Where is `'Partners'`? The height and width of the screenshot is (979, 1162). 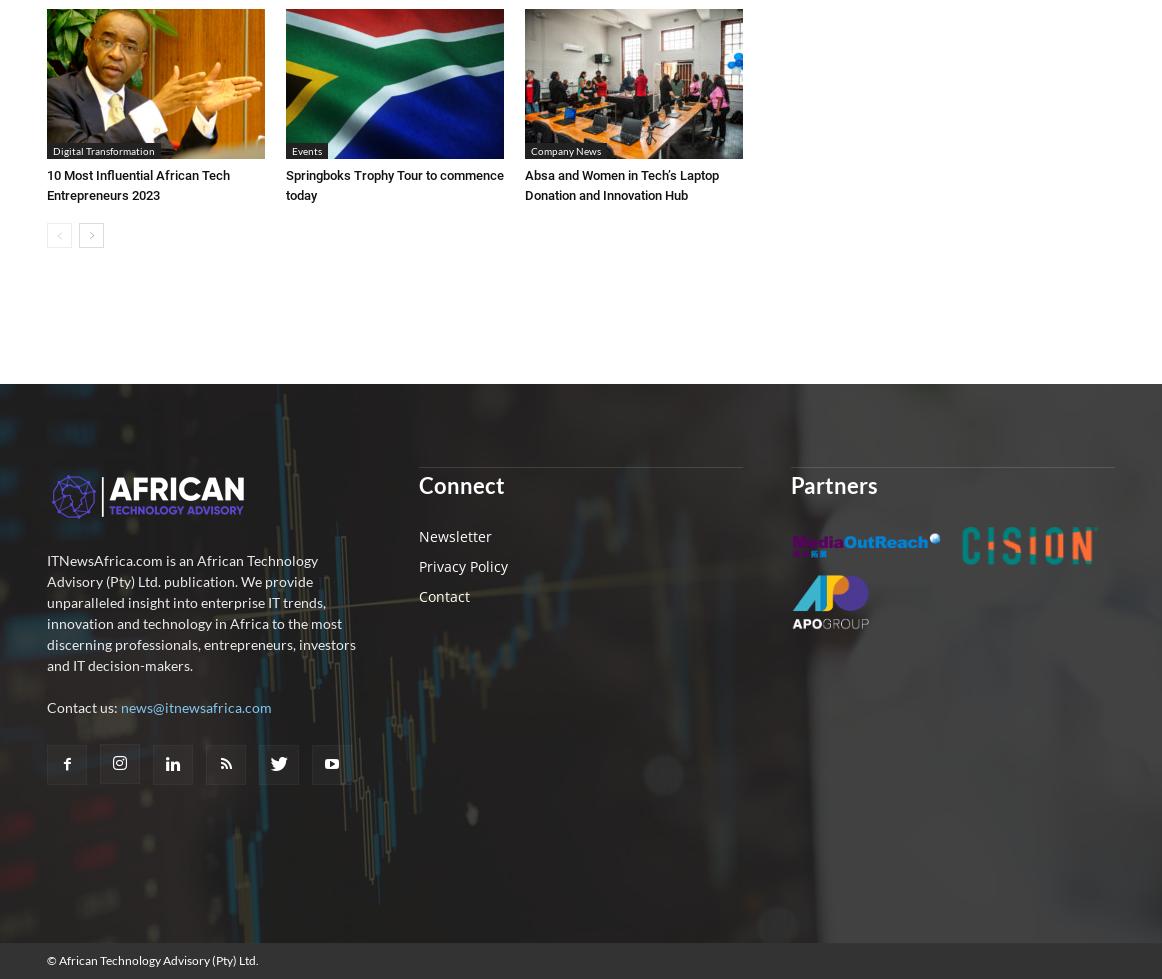 'Partners' is located at coordinates (789, 484).